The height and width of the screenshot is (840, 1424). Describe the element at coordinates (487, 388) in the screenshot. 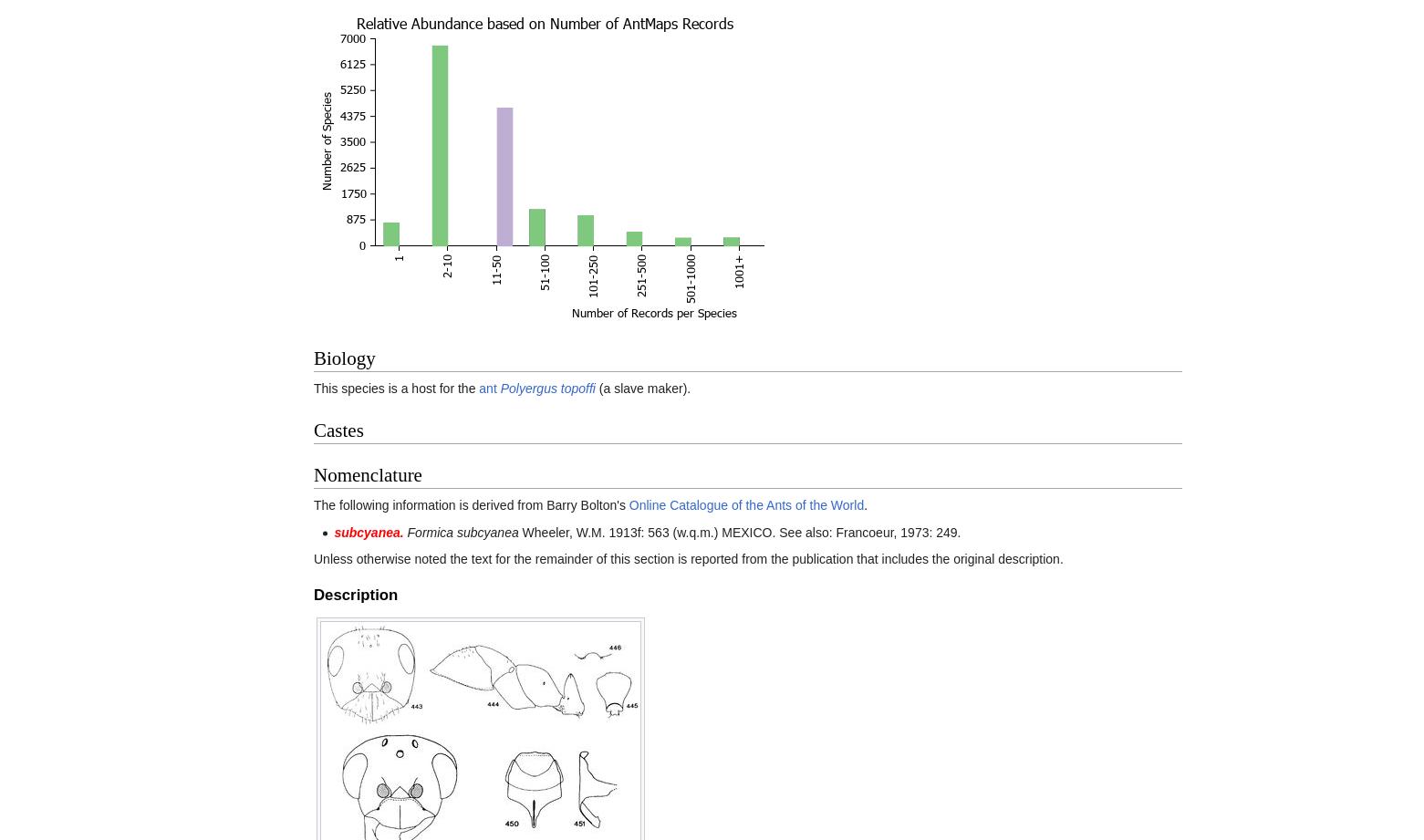

I see `'ant'` at that location.